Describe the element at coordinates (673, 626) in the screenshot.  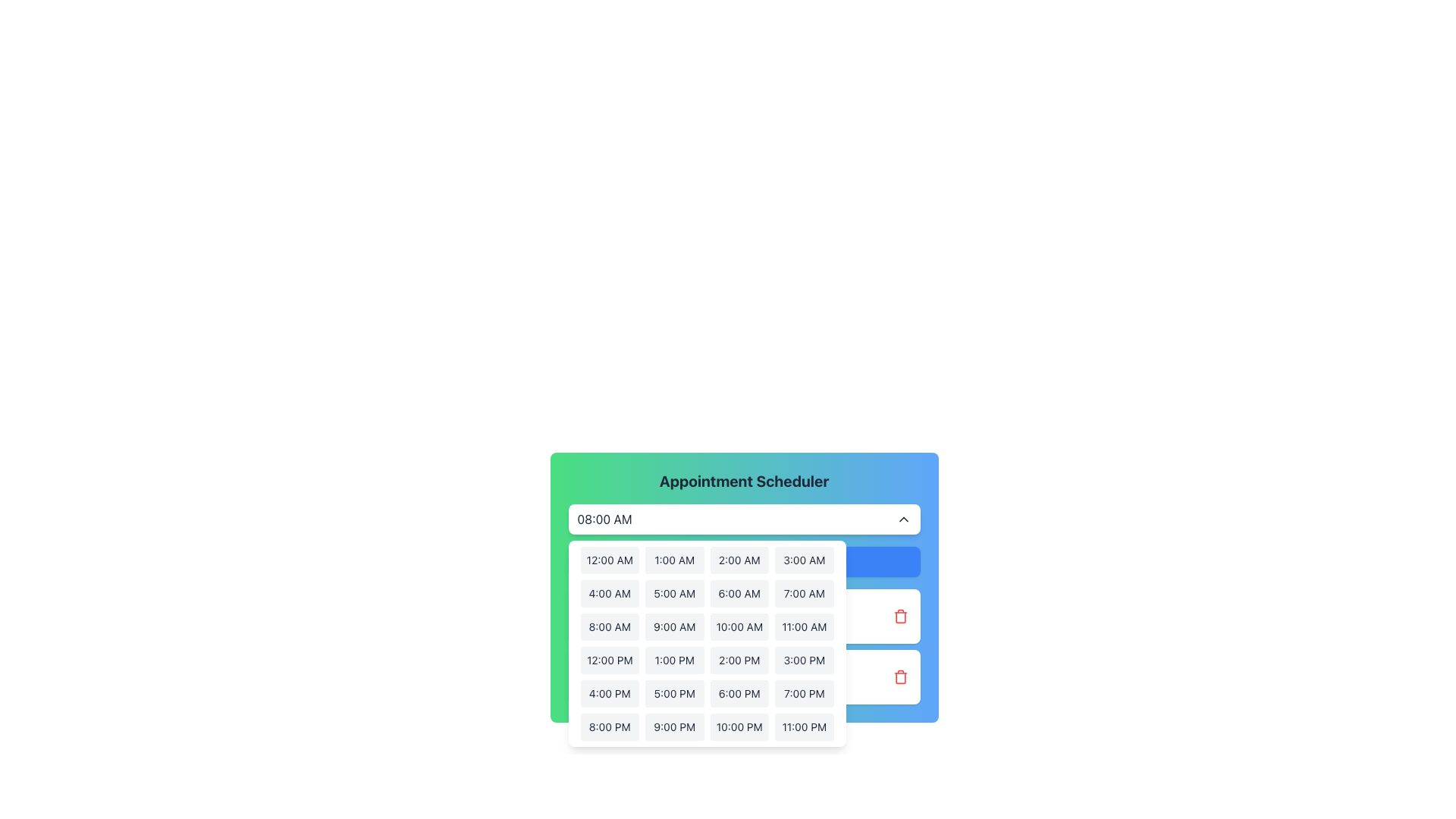
I see `the '9:00 AM' button, which is the fifth button in the third row of the grid in the Appointment Scheduler interface` at that location.